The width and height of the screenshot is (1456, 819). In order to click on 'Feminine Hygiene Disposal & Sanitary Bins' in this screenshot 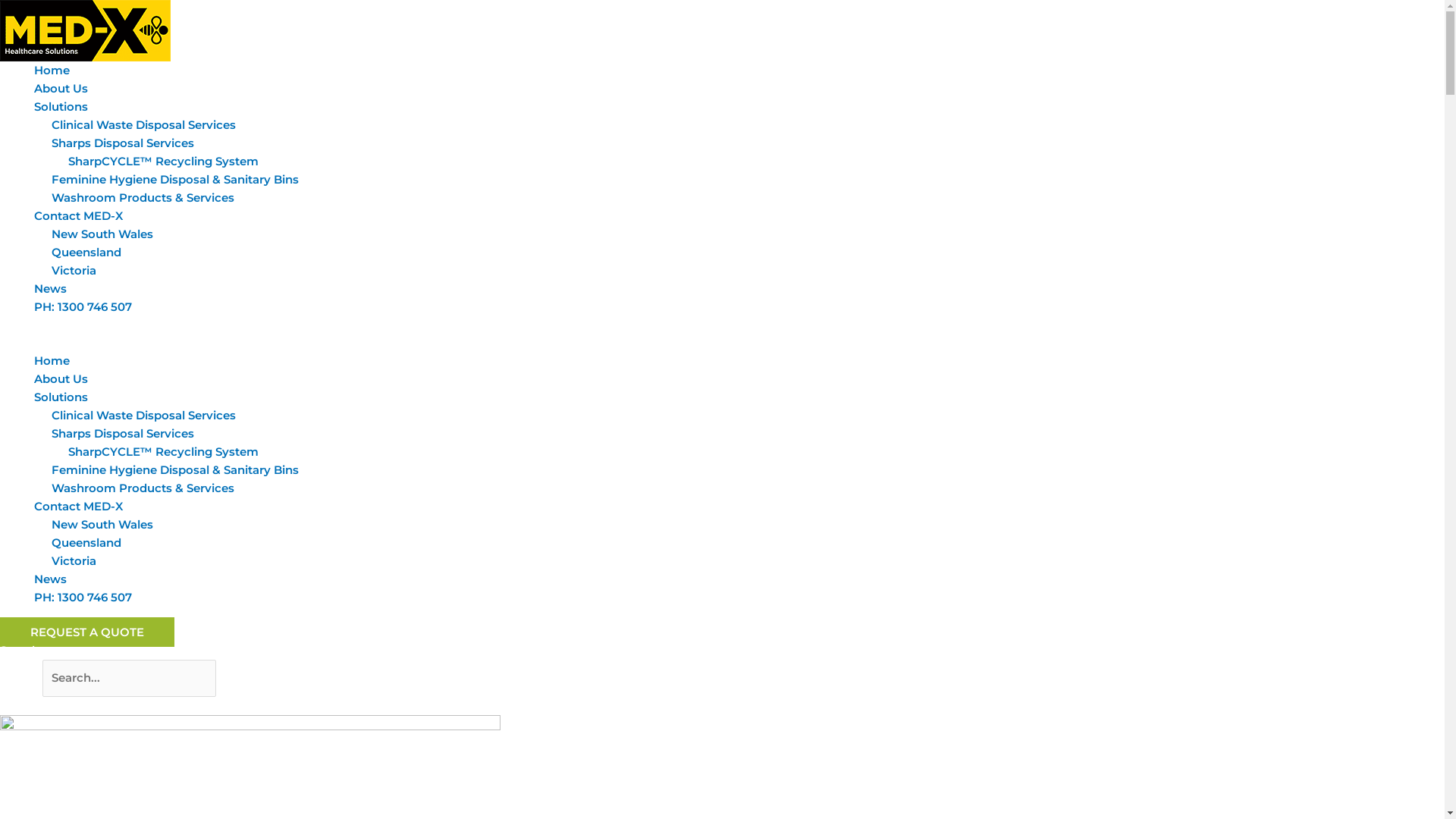, I will do `click(174, 469)`.